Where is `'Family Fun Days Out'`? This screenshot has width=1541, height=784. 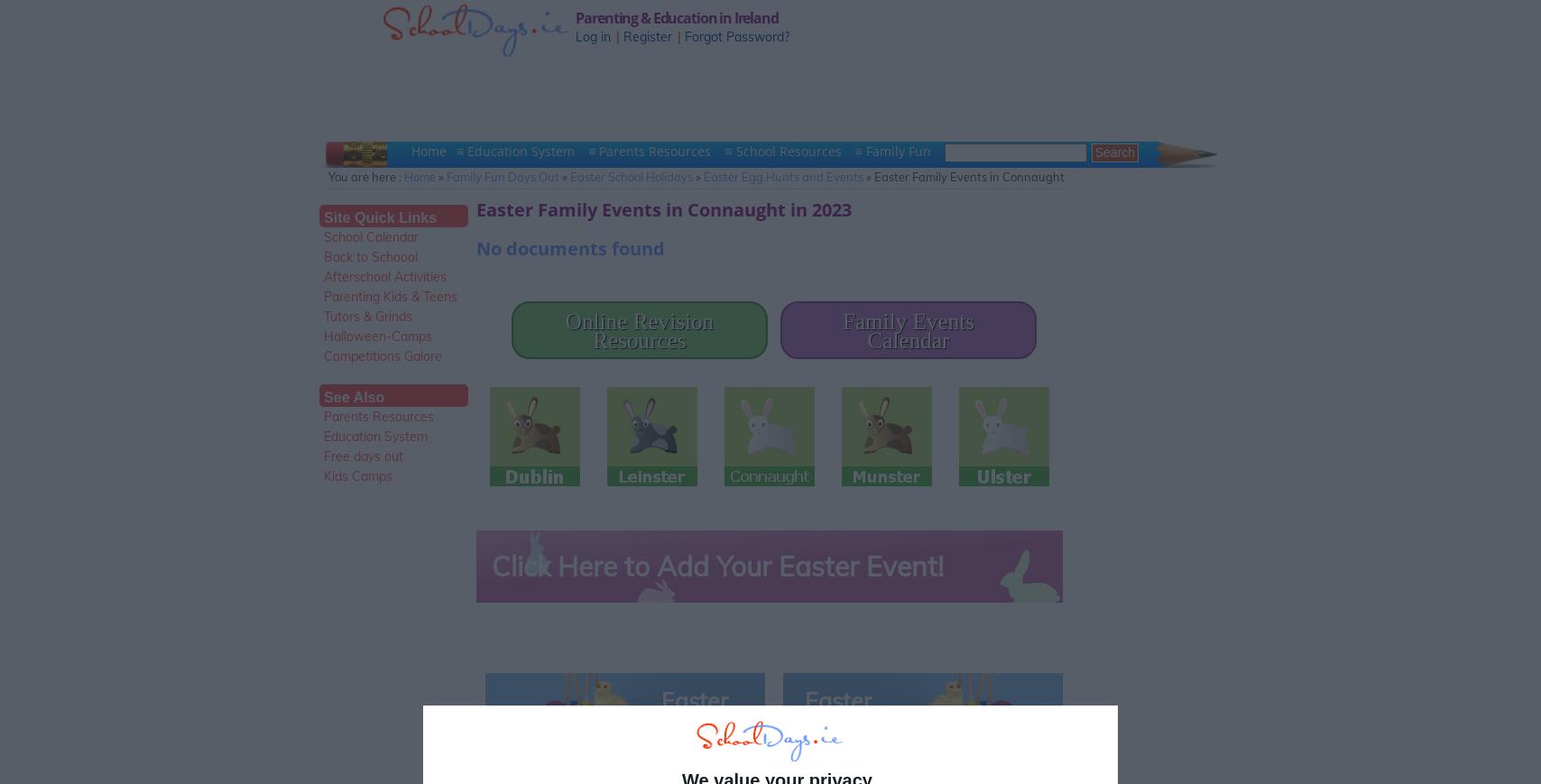 'Family Fun Days Out' is located at coordinates (446, 175).